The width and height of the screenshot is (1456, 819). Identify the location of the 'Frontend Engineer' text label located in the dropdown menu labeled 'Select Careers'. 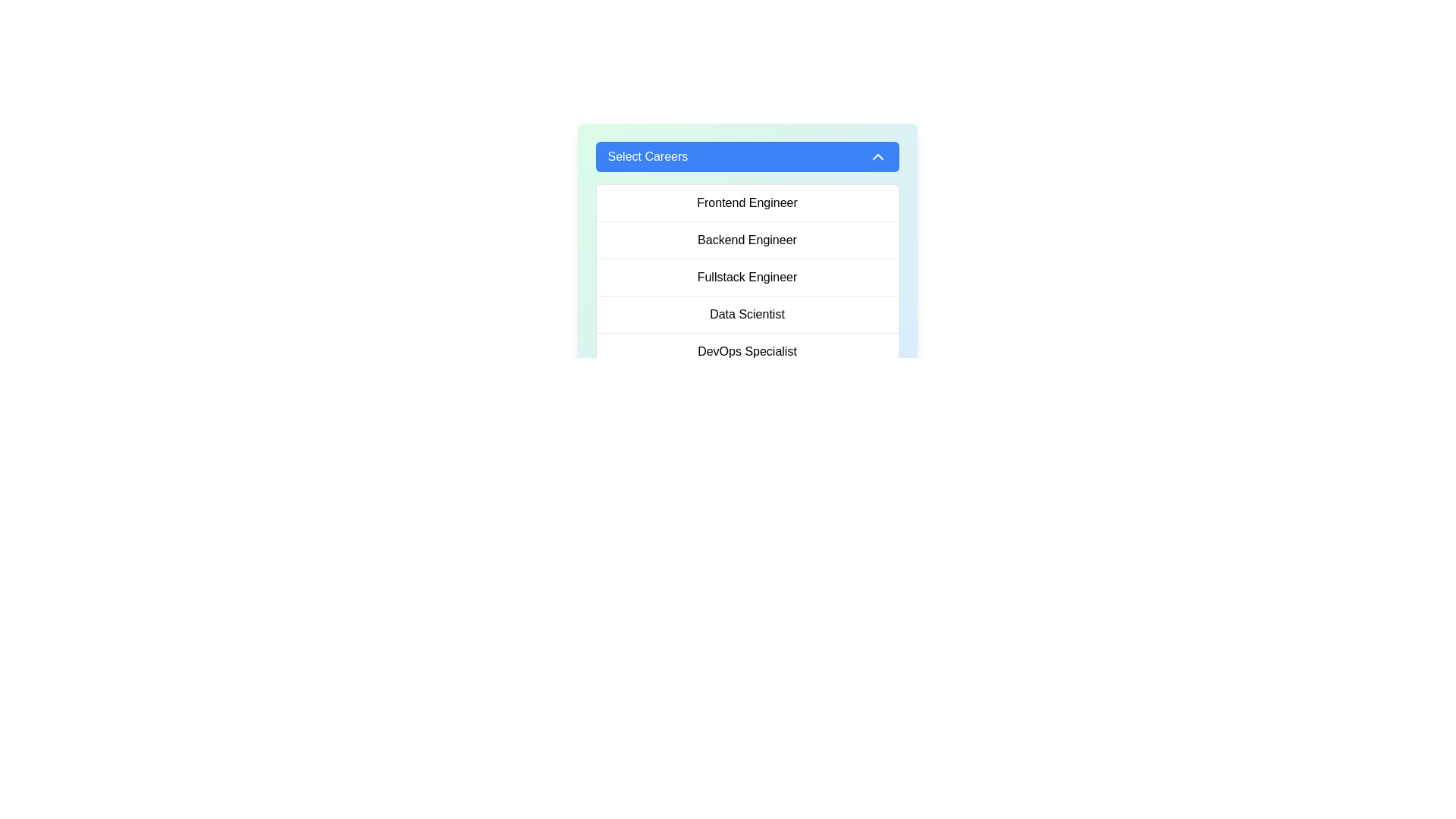
(747, 202).